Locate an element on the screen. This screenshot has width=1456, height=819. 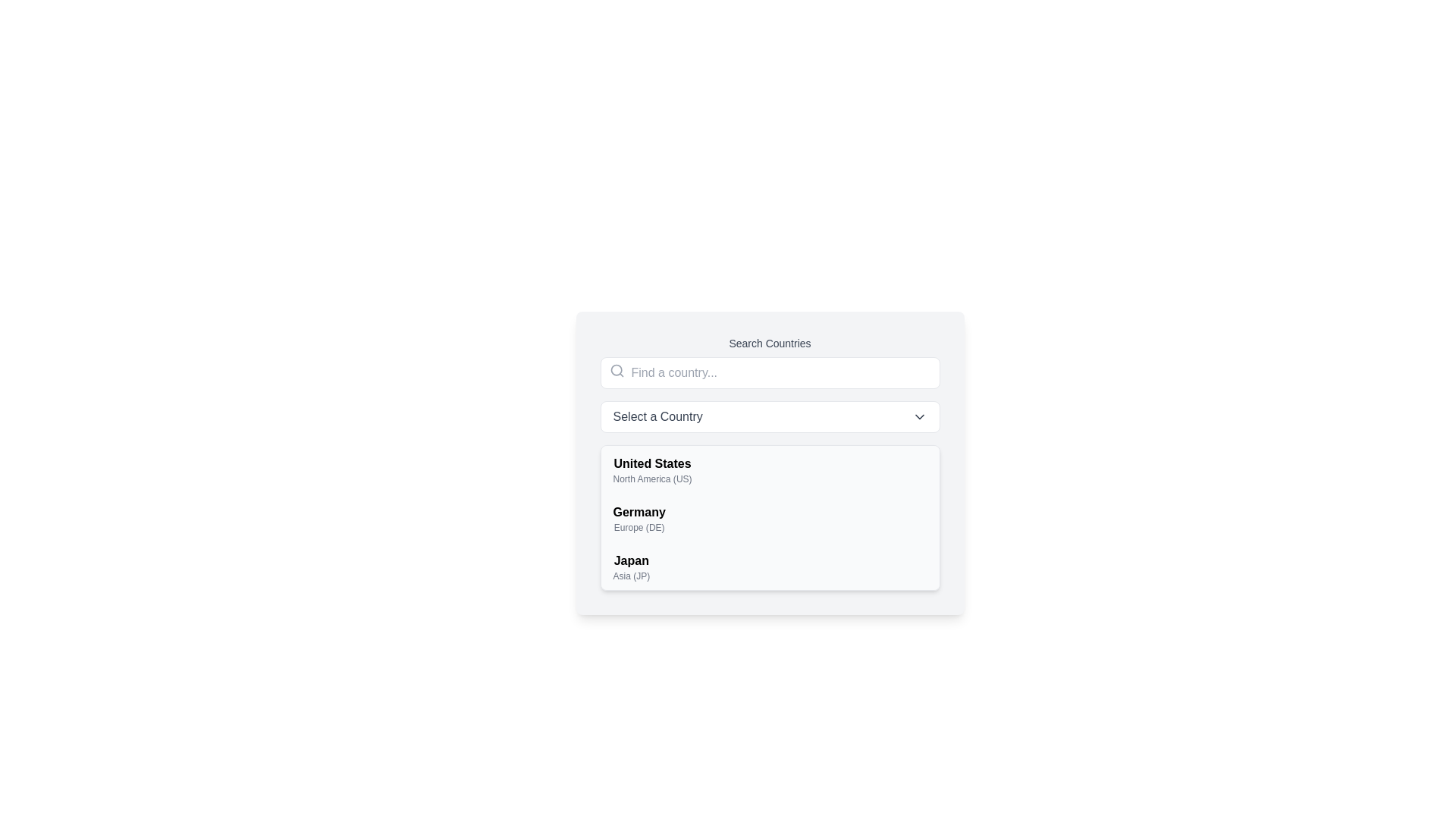
bold text label displaying 'Germany' located in the middle section of the dropdown list, positioned below 'United States' and above 'Europe (DE)' is located at coordinates (639, 512).